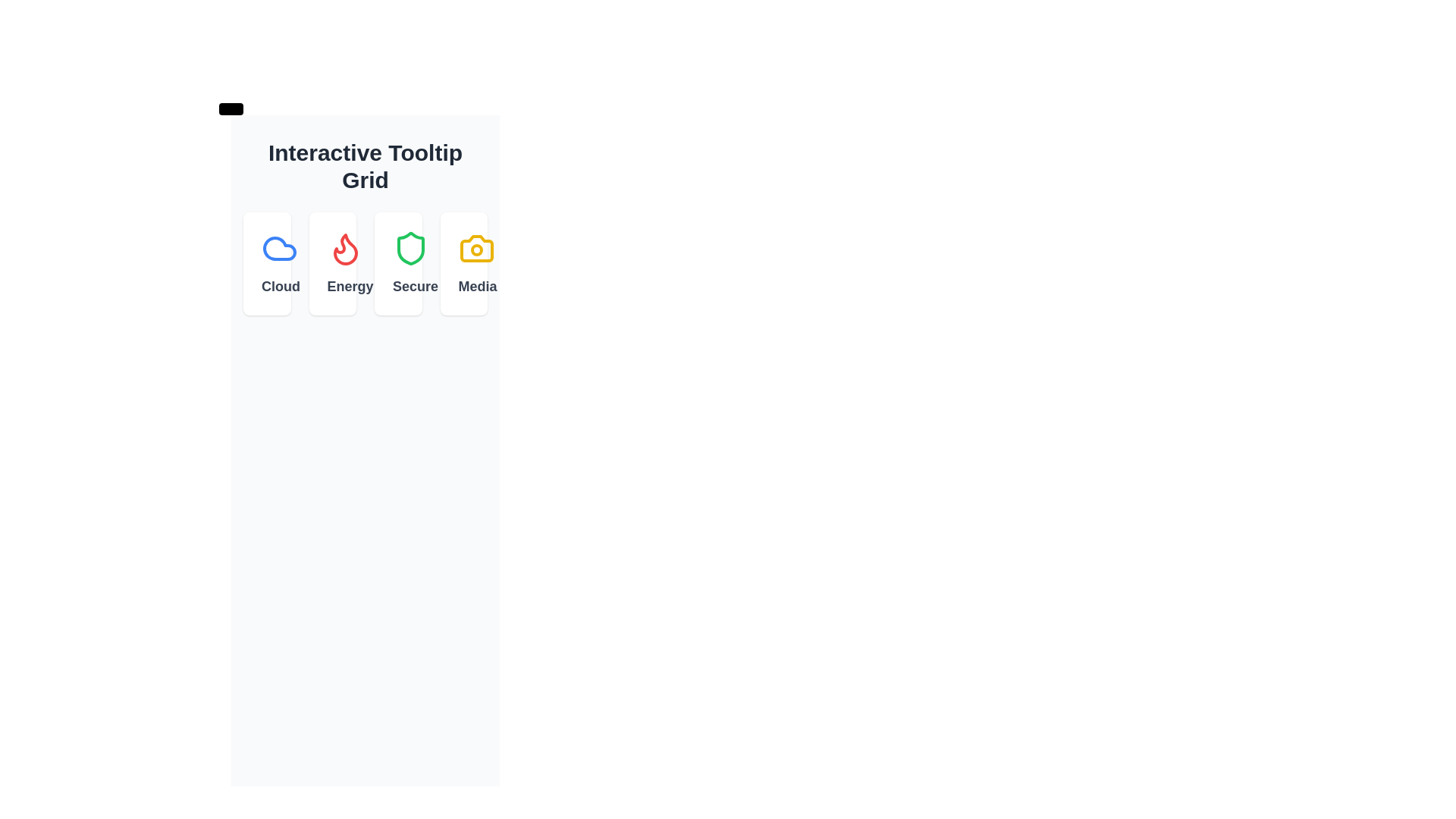 The width and height of the screenshot is (1456, 819). Describe the element at coordinates (411, 247) in the screenshot. I see `the shield icon representing security within the 'Secure' card, which is the third item in the 'Interactive Tooltip Grid'` at that location.